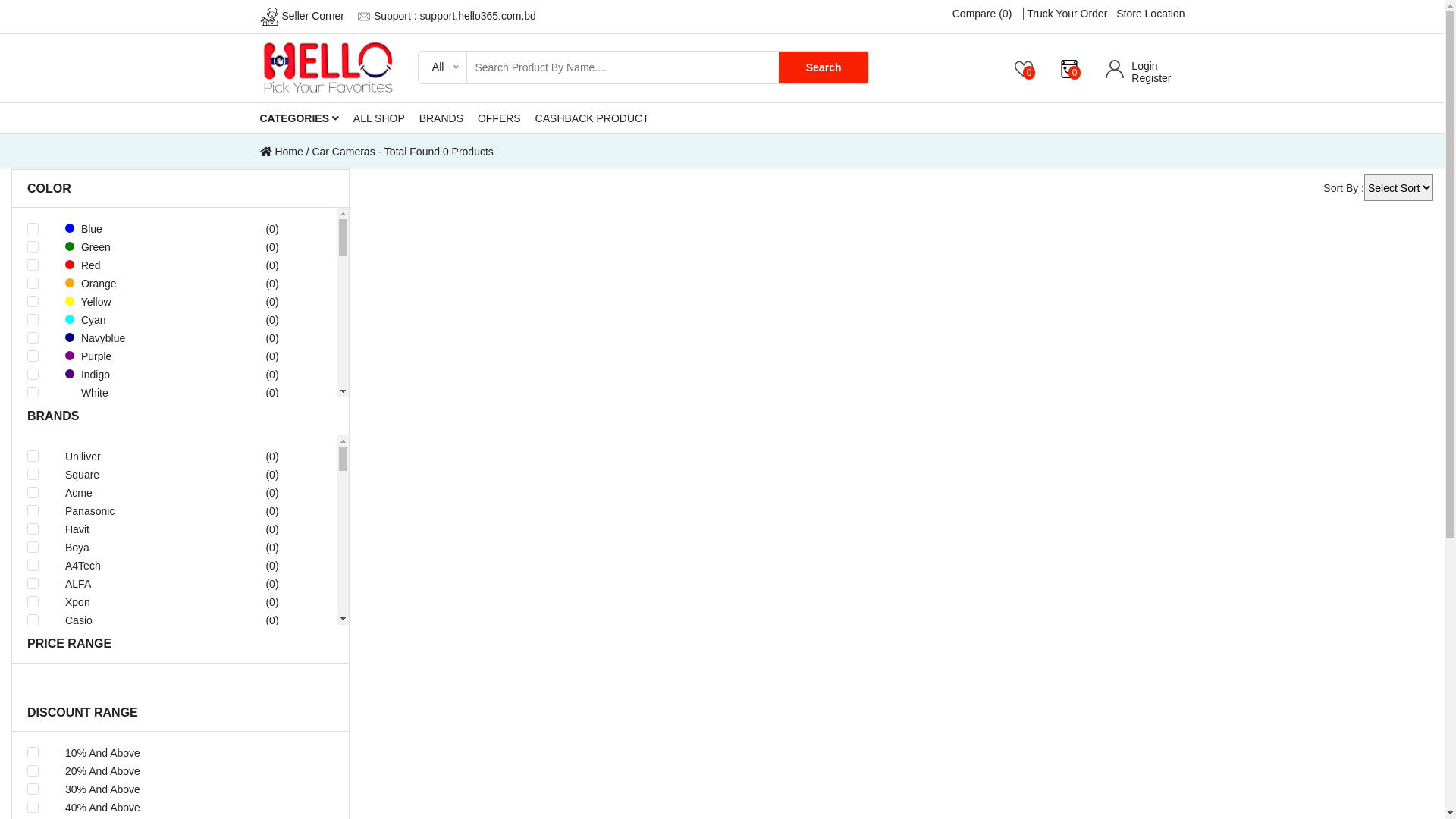 Image resolution: width=1456 pixels, height=819 pixels. What do you see at coordinates (42, 752) in the screenshot?
I see `'10% And Above'` at bounding box center [42, 752].